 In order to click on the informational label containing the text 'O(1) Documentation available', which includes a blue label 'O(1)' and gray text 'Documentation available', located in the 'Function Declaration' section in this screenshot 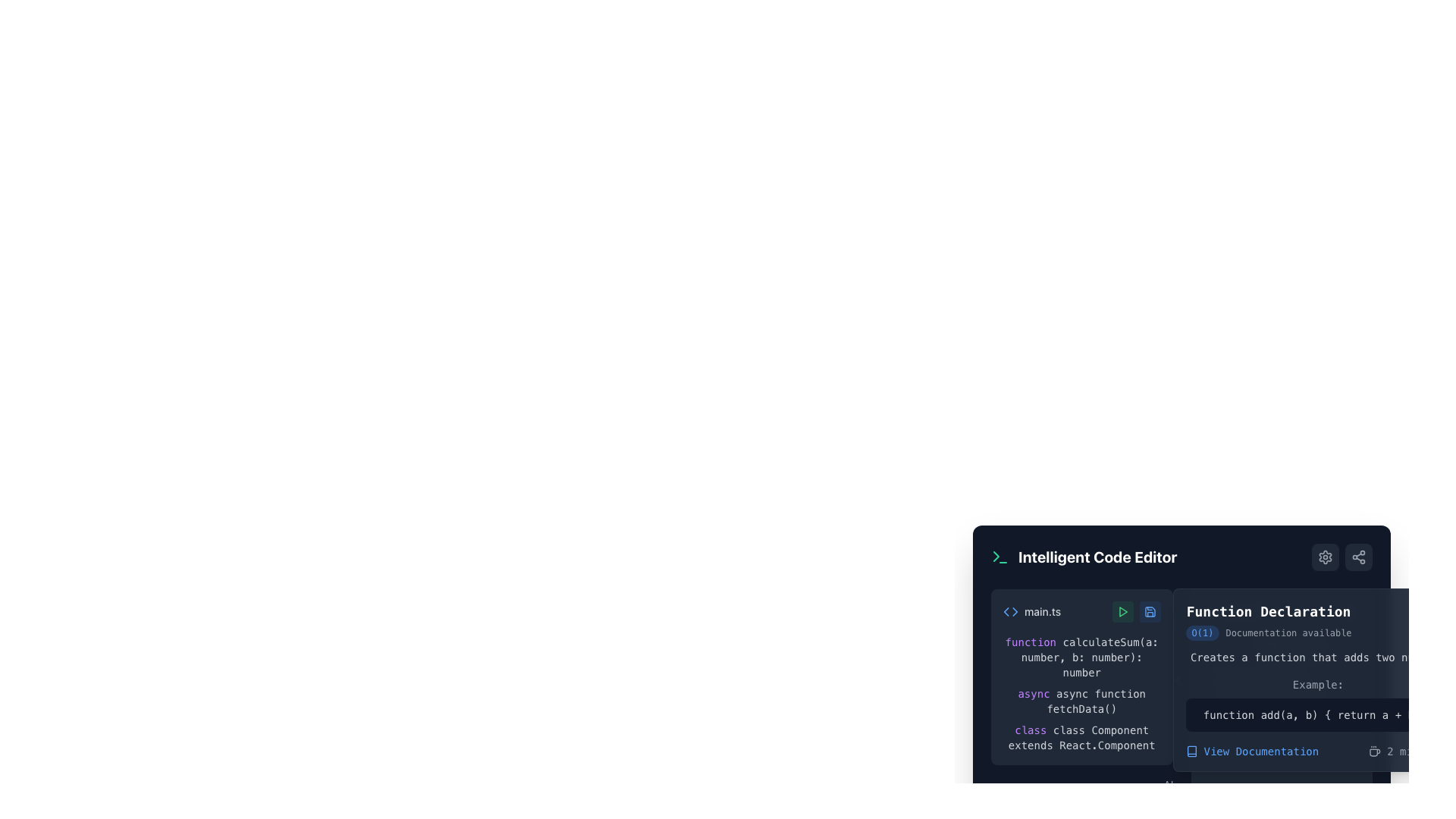, I will do `click(1269, 632)`.